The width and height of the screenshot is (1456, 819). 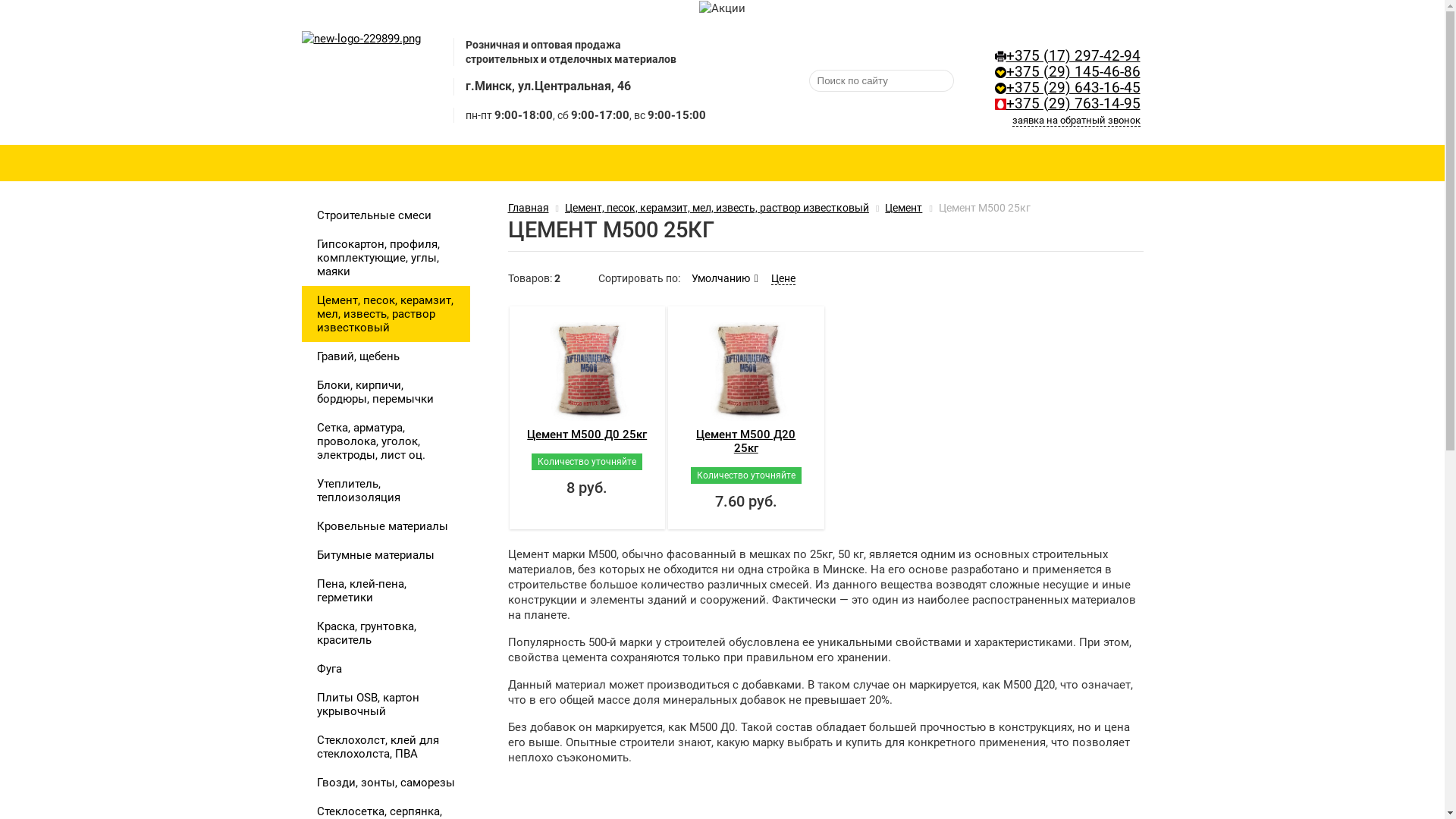 I want to click on 'Budaynik', so click(x=360, y=80).